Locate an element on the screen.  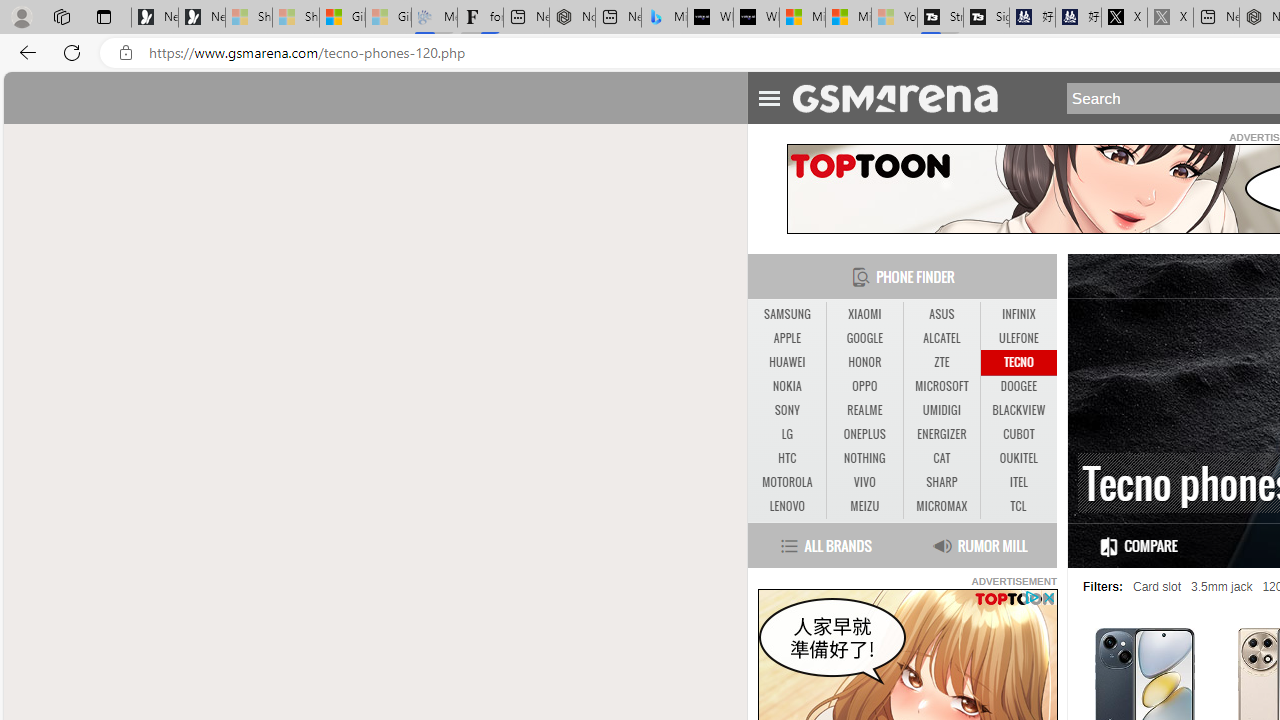
'UMIDIGI' is located at coordinates (940, 409).